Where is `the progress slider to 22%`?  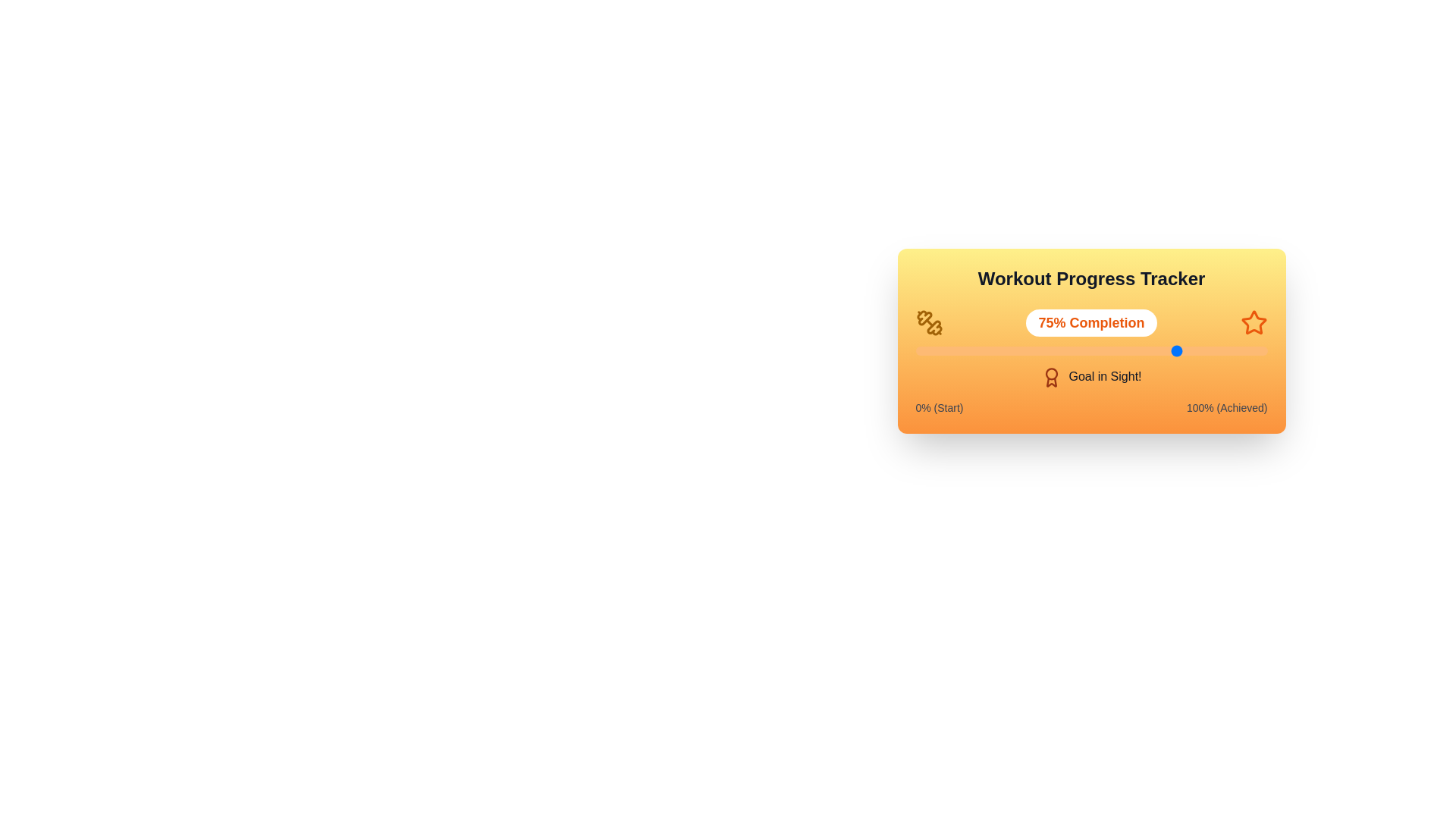
the progress slider to 22% is located at coordinates (993, 350).